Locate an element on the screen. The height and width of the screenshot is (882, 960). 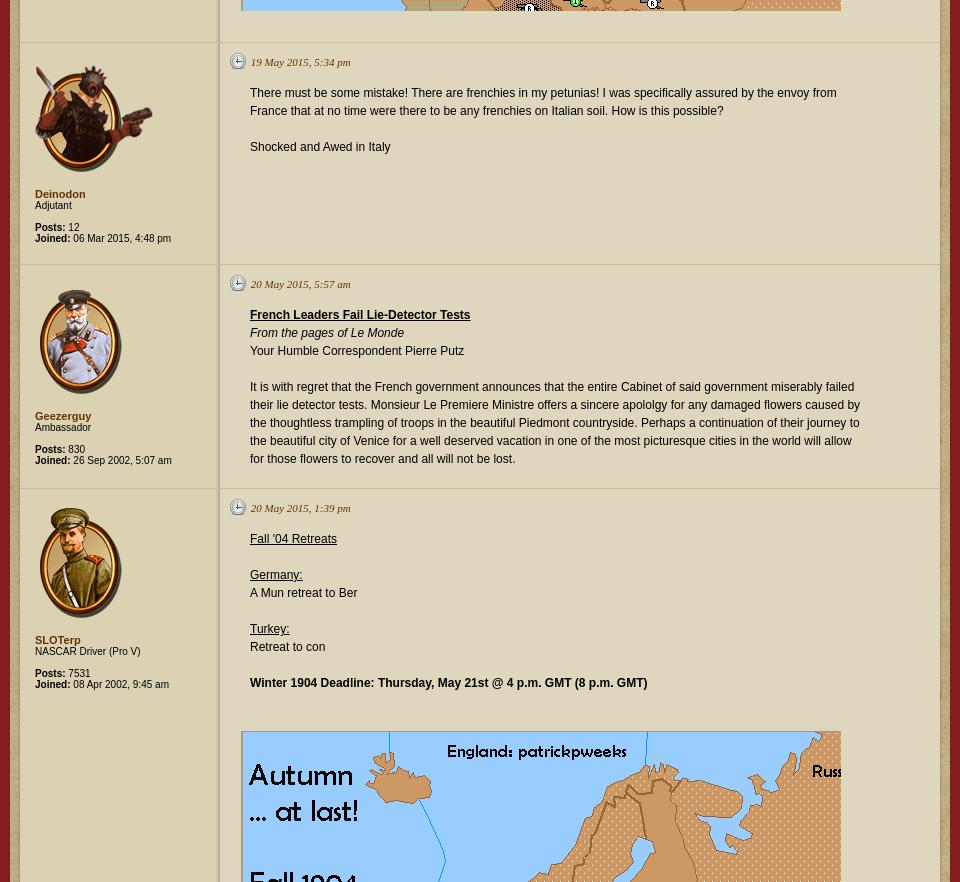
'Fall '04 Retreats' is located at coordinates (292, 537).